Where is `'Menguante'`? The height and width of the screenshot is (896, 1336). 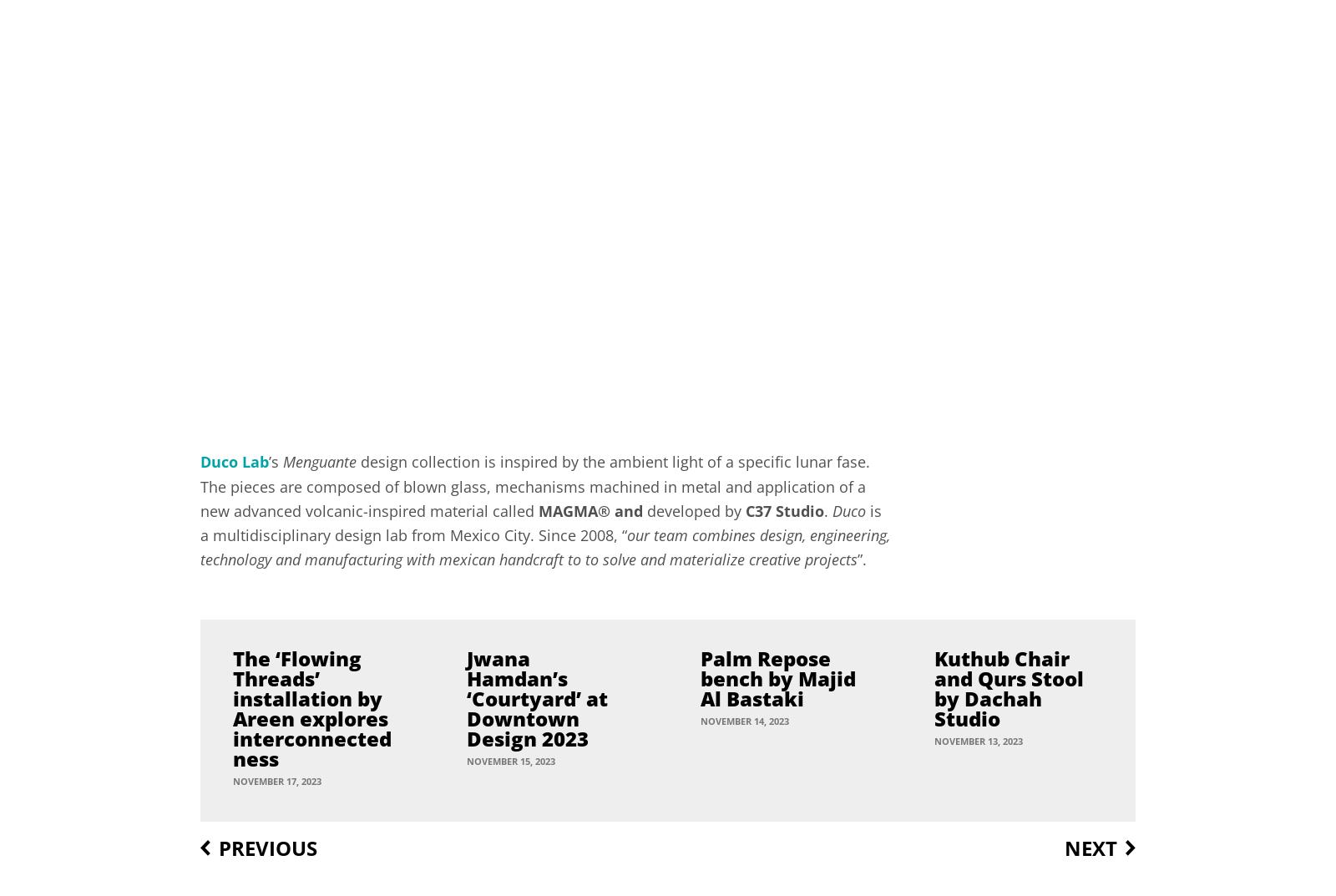 'Menguante' is located at coordinates (320, 462).